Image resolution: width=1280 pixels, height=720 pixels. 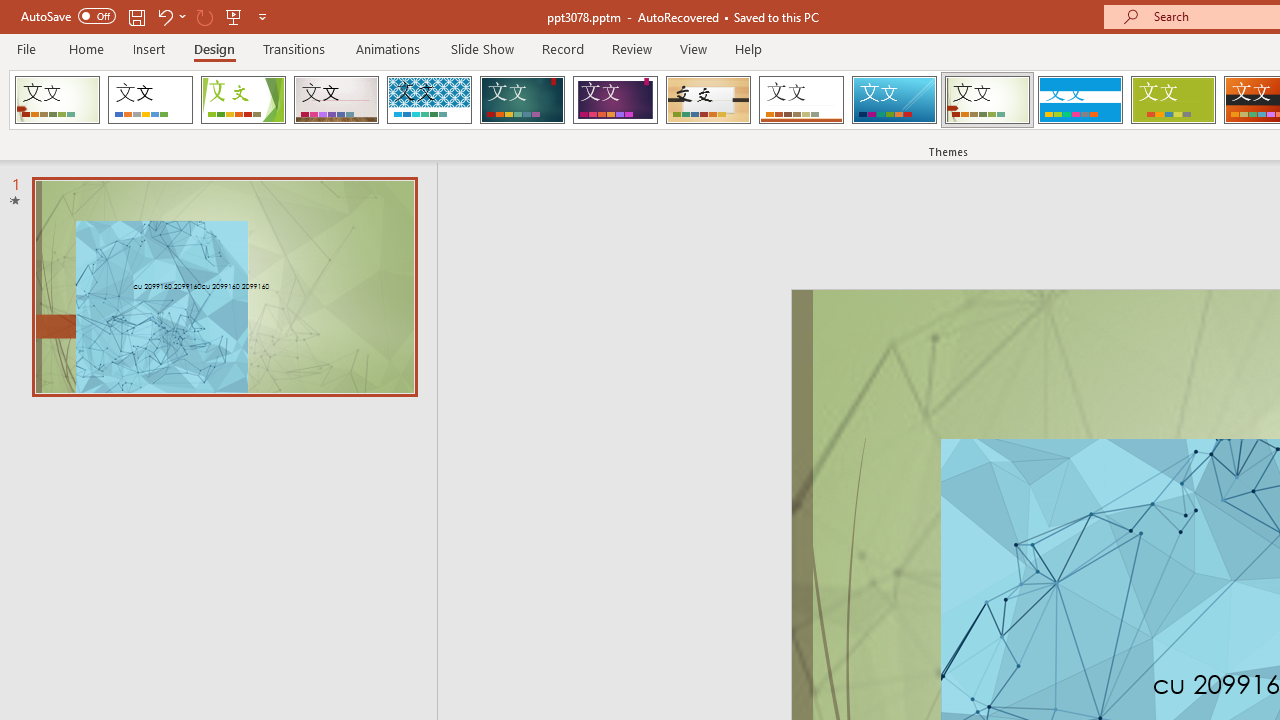 What do you see at coordinates (708, 100) in the screenshot?
I see `'Organic'` at bounding box center [708, 100].